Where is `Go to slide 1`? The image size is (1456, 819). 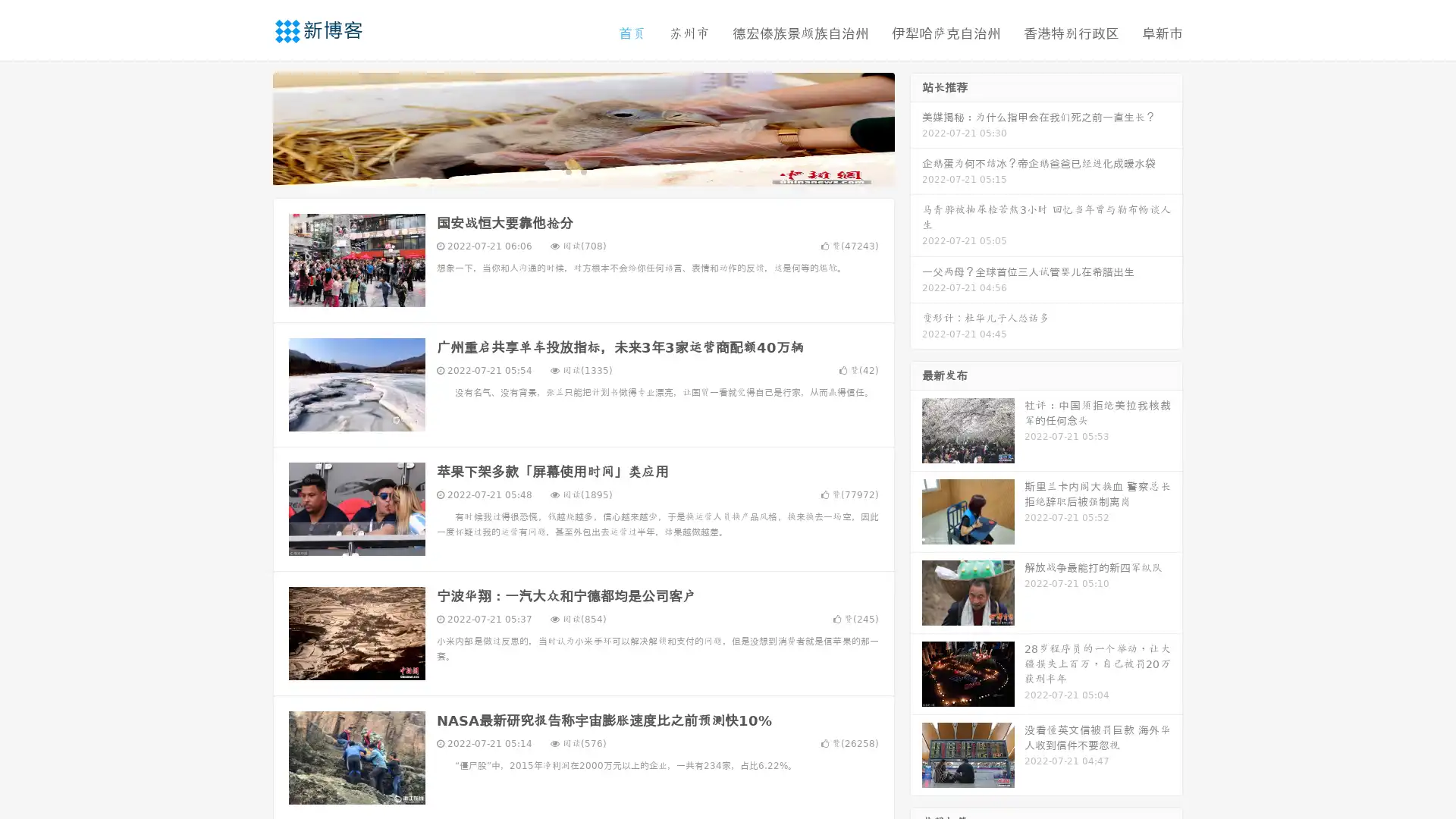 Go to slide 1 is located at coordinates (567, 171).